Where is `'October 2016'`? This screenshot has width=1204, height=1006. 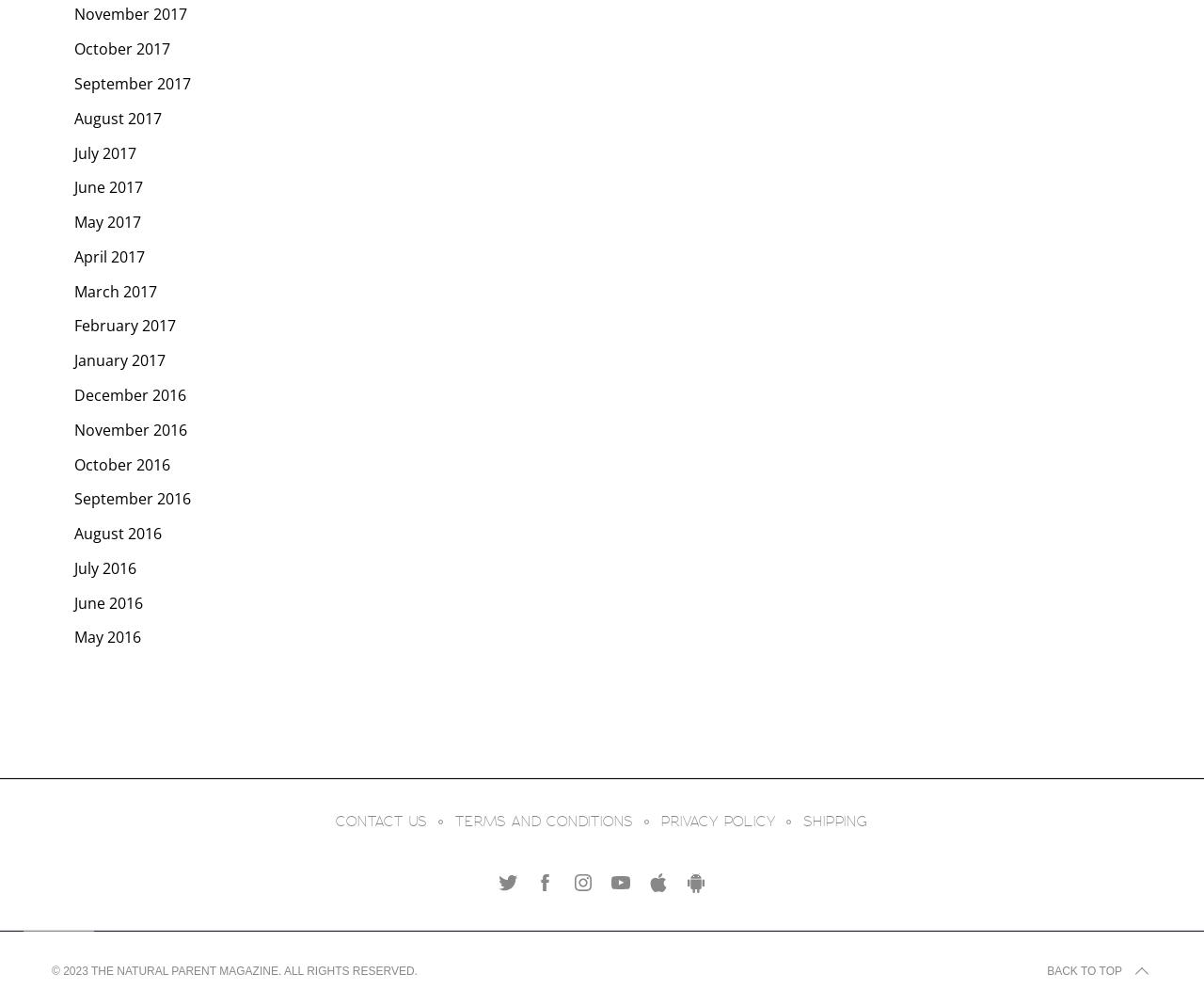
'October 2016' is located at coordinates (121, 463).